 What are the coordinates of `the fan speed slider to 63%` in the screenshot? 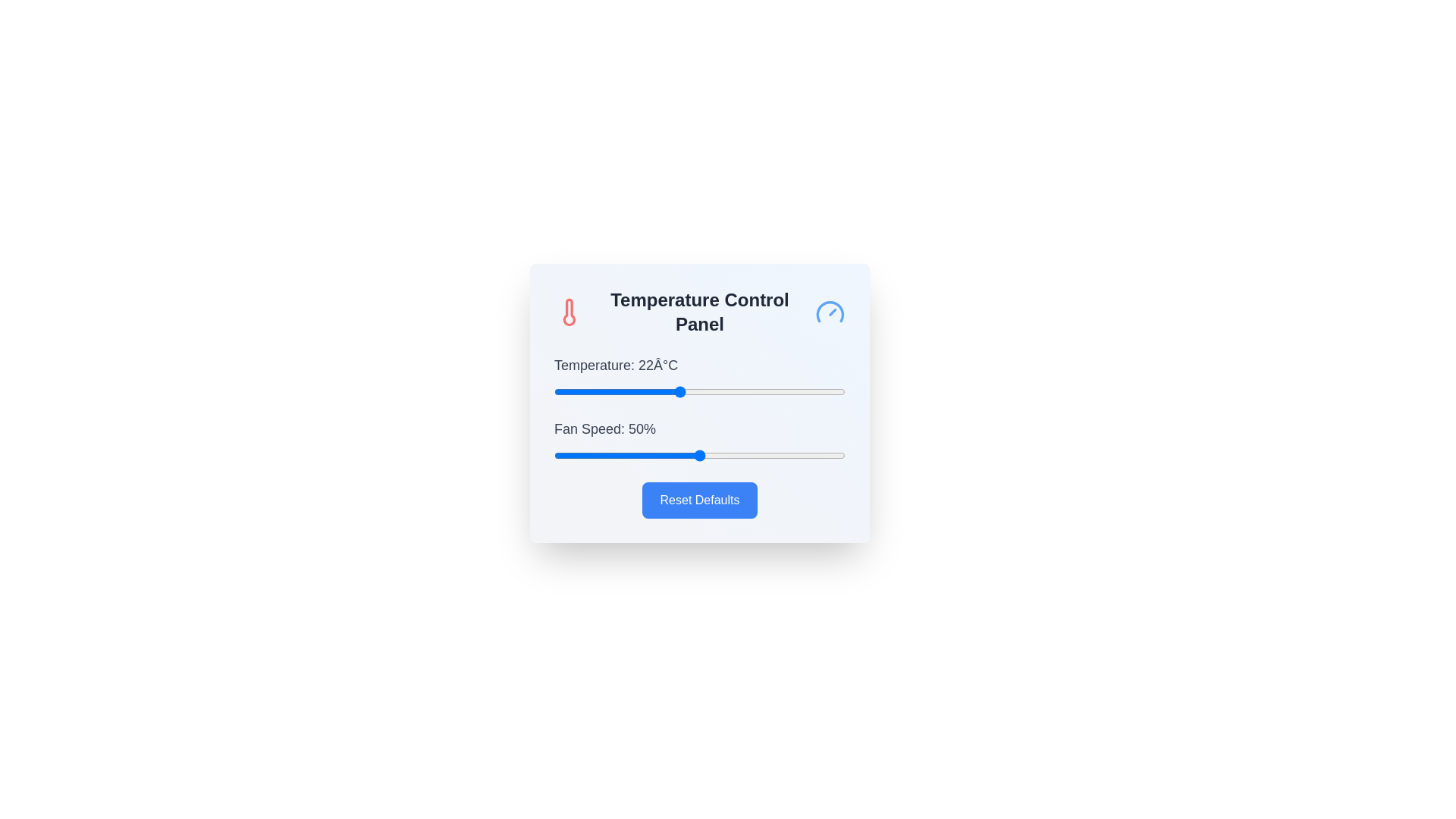 It's located at (737, 455).